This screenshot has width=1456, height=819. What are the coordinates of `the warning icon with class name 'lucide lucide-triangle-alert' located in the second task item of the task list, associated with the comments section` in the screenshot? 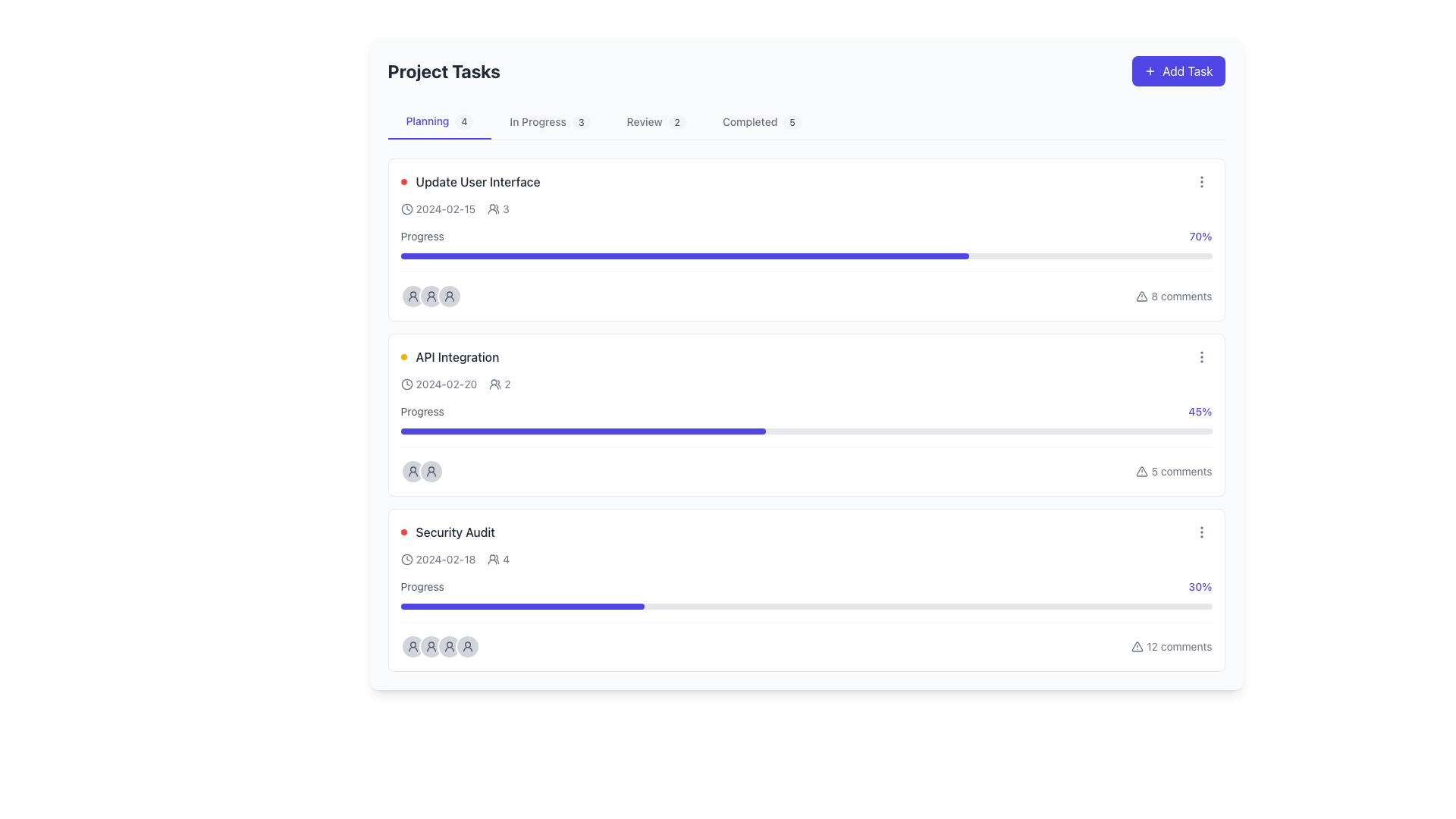 It's located at (1142, 470).